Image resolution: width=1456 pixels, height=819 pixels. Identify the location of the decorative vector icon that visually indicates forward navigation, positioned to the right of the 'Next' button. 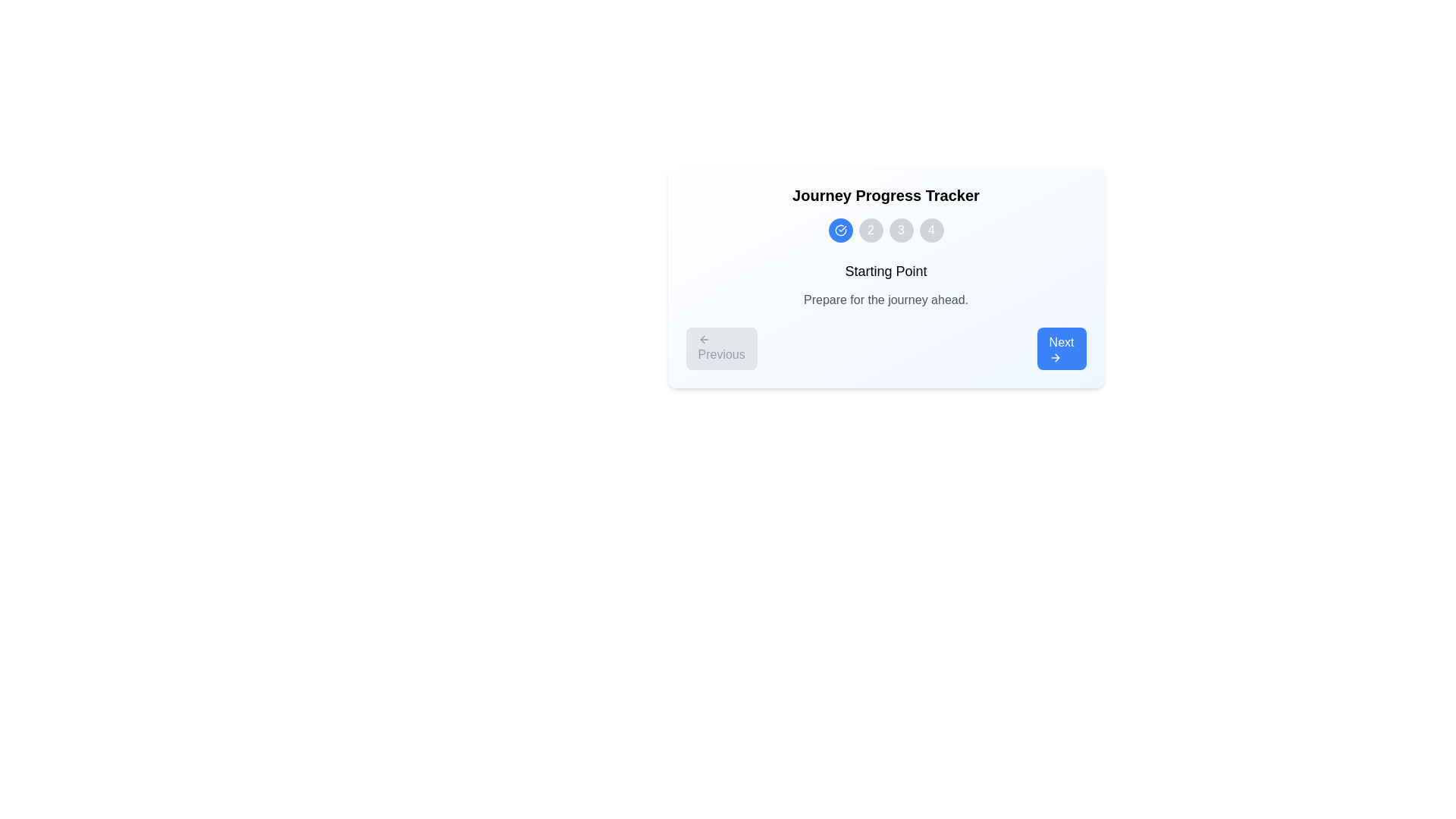
(1056, 357).